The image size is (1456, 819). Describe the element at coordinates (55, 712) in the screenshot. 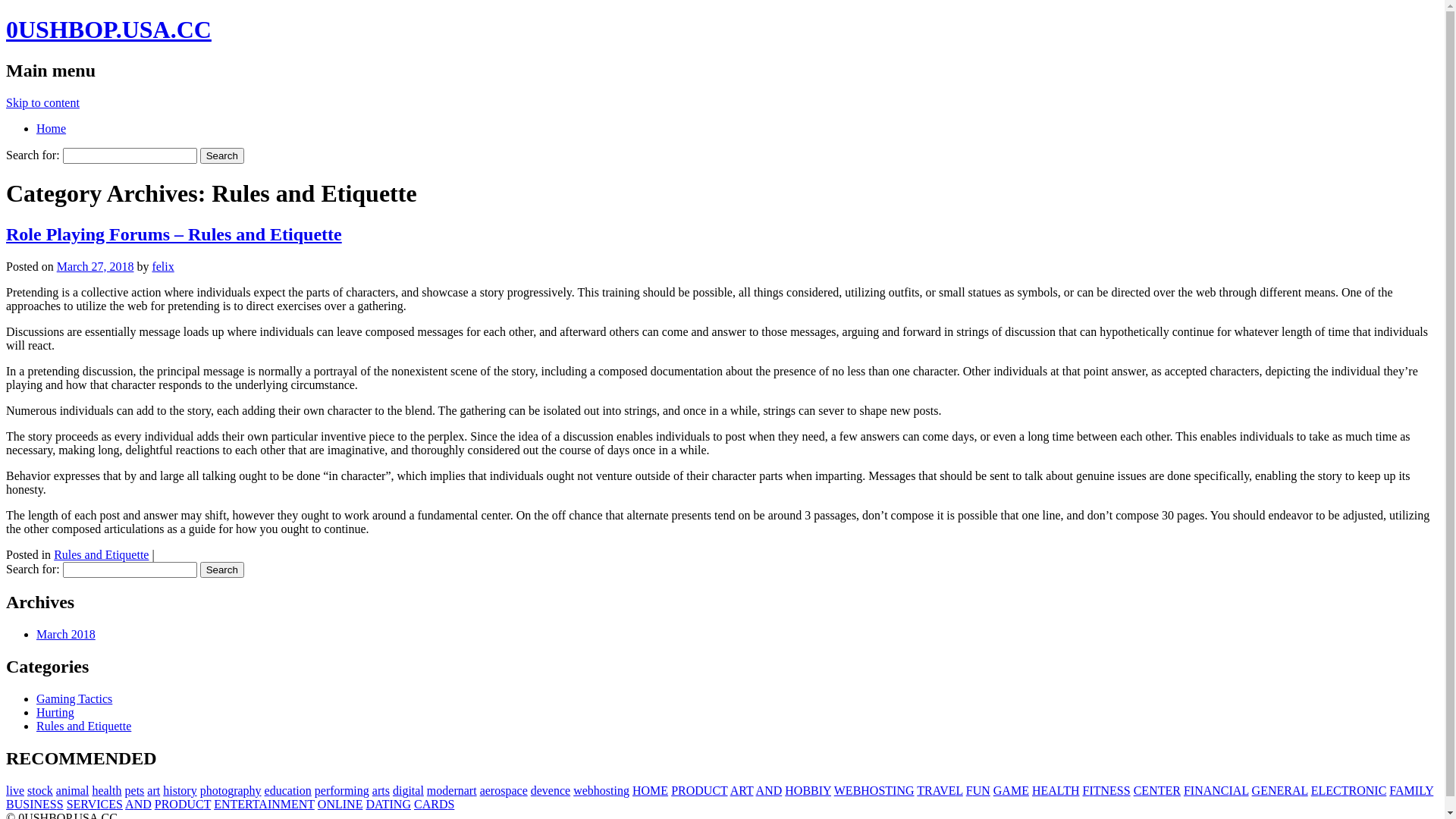

I see `'Hurting'` at that location.